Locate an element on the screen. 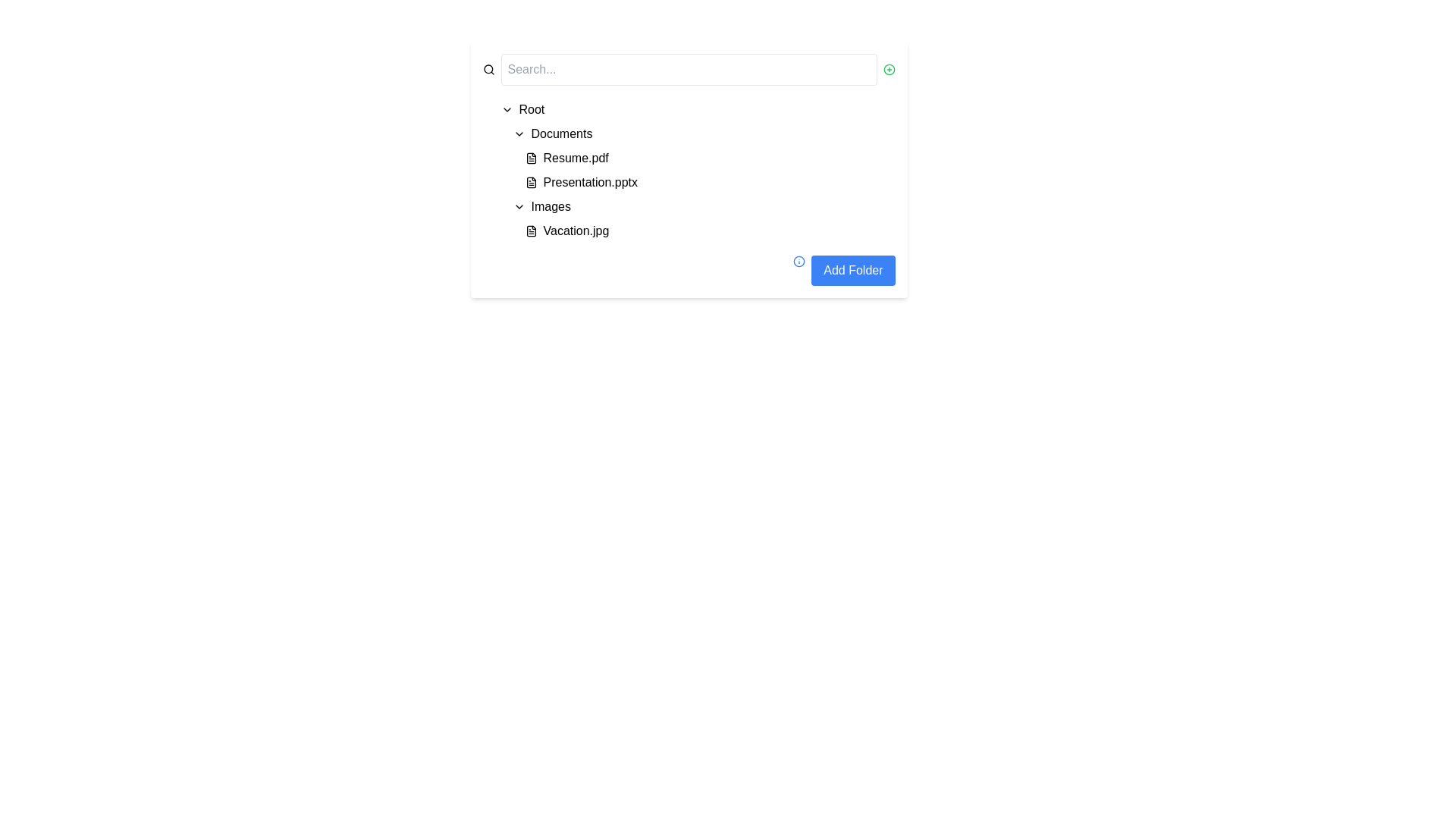  the circular blue icon with an 'i' symbol for information, which is located to the left of the 'Add Folder' button is located at coordinates (799, 260).